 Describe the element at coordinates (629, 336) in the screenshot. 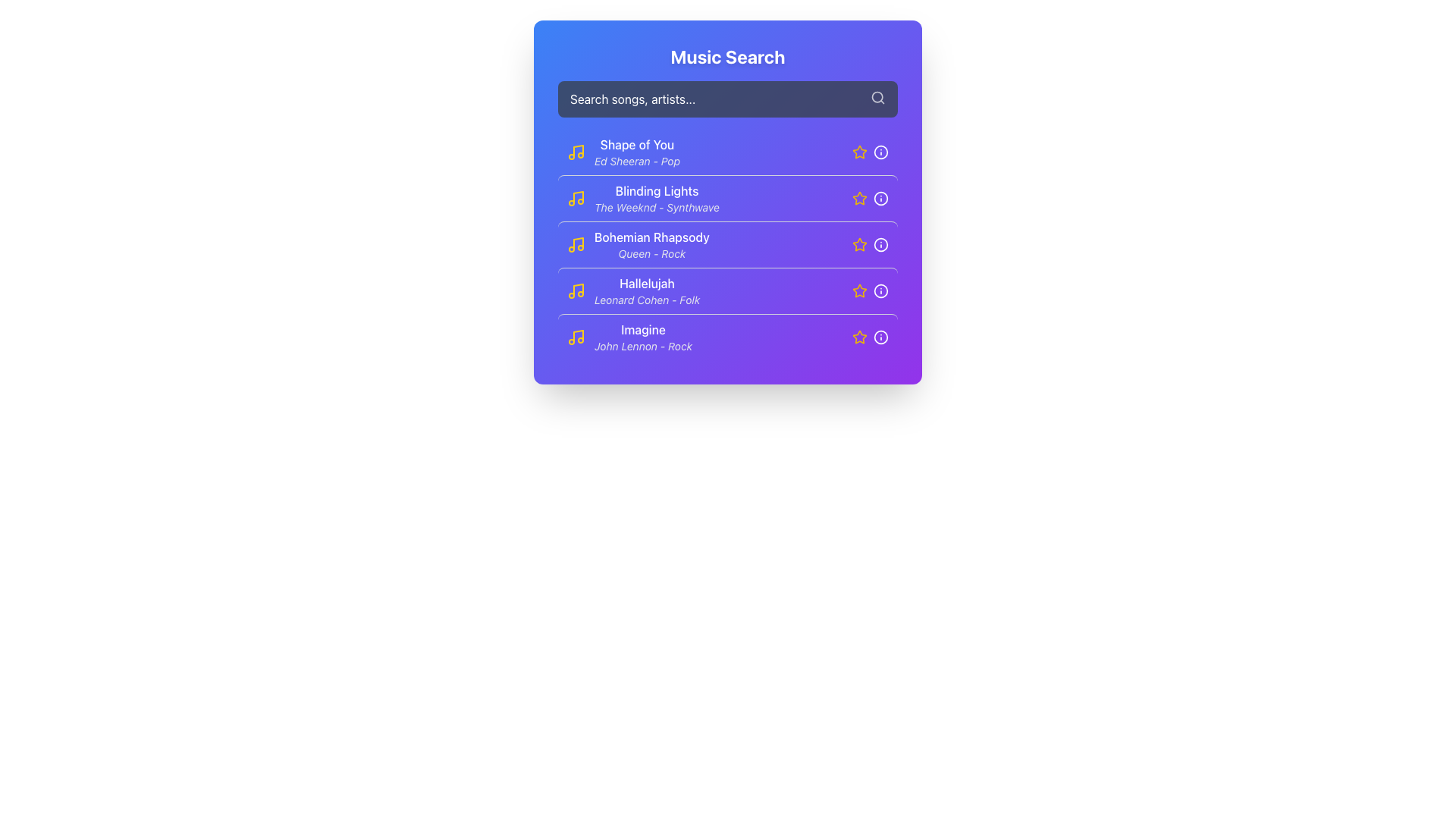

I see `the fifth song item` at that location.